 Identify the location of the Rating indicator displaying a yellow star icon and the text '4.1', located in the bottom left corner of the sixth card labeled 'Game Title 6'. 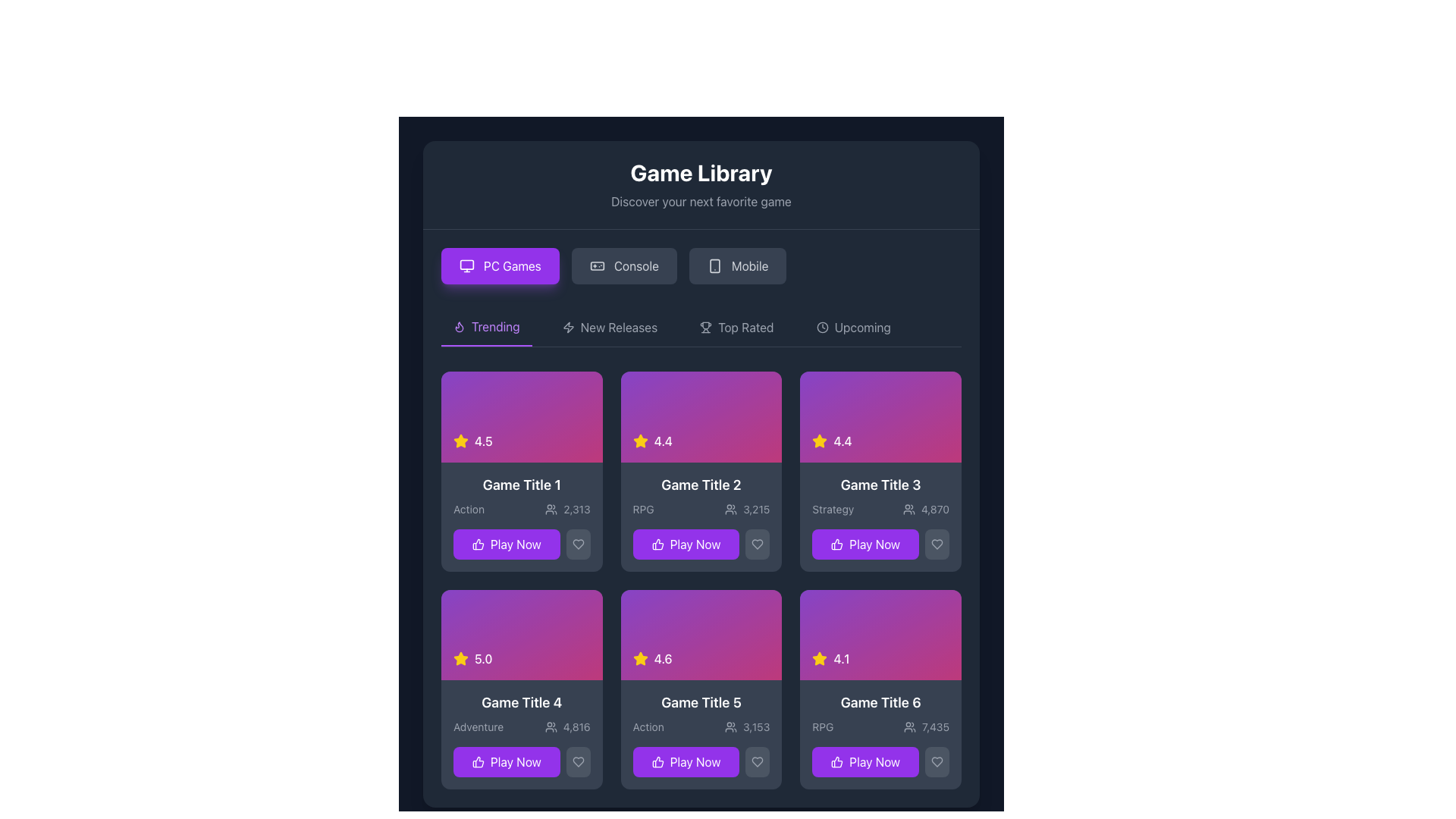
(830, 658).